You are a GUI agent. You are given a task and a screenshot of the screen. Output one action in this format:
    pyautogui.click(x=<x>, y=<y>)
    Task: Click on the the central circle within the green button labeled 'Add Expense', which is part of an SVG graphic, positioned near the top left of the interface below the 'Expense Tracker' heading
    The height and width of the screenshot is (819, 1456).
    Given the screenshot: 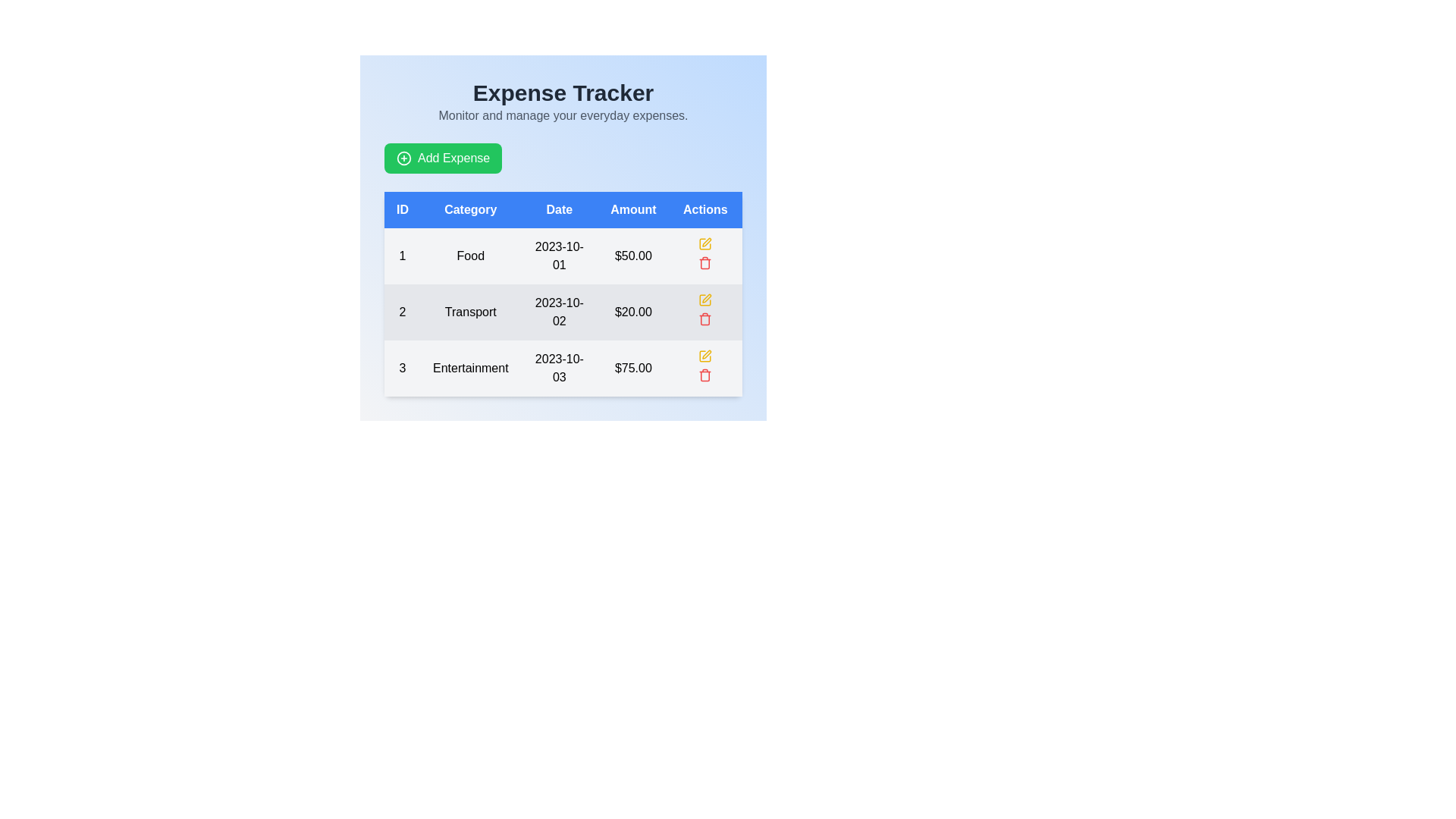 What is the action you would take?
    pyautogui.click(x=403, y=158)
    